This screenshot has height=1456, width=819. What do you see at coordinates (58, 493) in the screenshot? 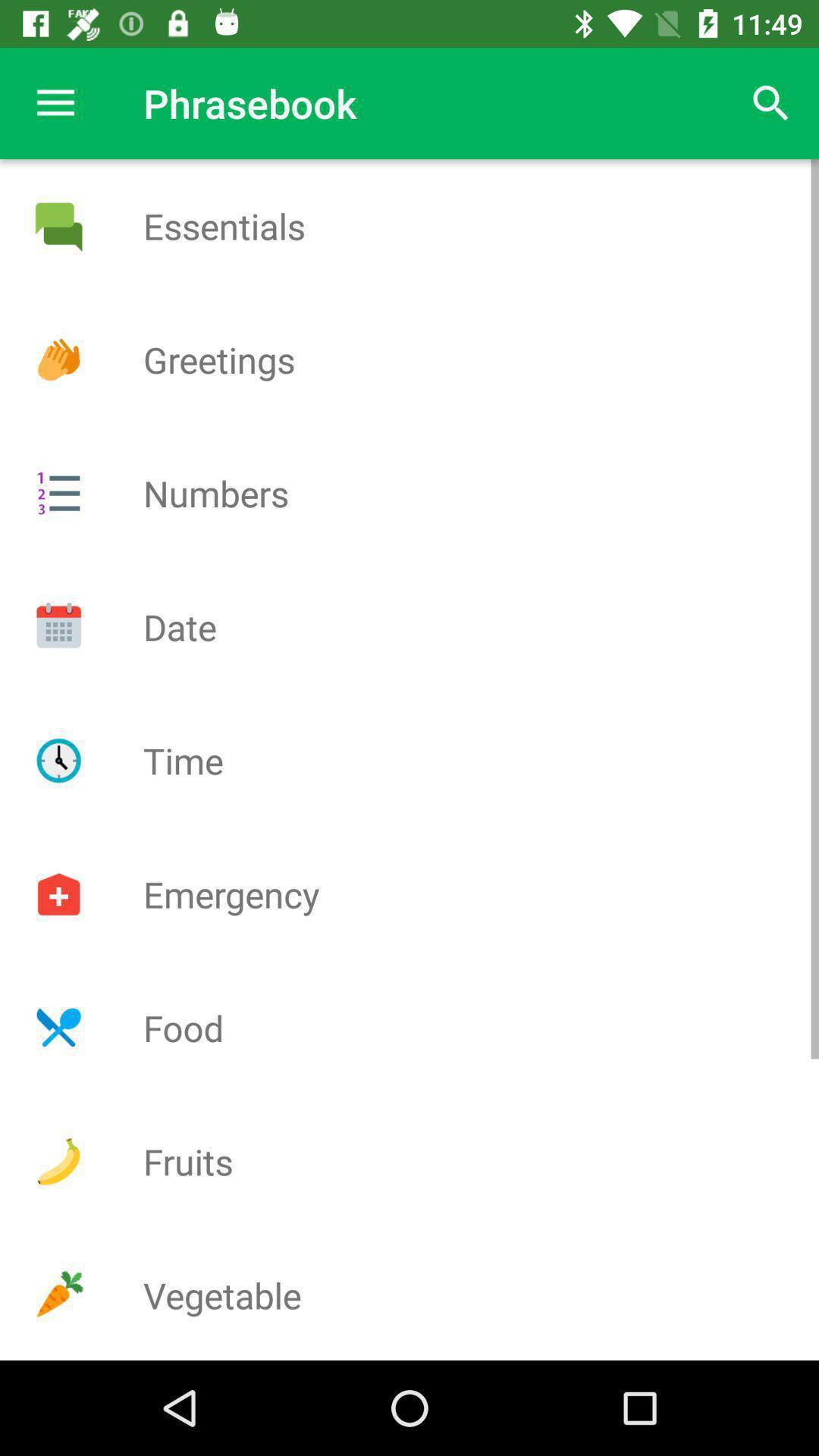
I see `show numbers` at bounding box center [58, 493].